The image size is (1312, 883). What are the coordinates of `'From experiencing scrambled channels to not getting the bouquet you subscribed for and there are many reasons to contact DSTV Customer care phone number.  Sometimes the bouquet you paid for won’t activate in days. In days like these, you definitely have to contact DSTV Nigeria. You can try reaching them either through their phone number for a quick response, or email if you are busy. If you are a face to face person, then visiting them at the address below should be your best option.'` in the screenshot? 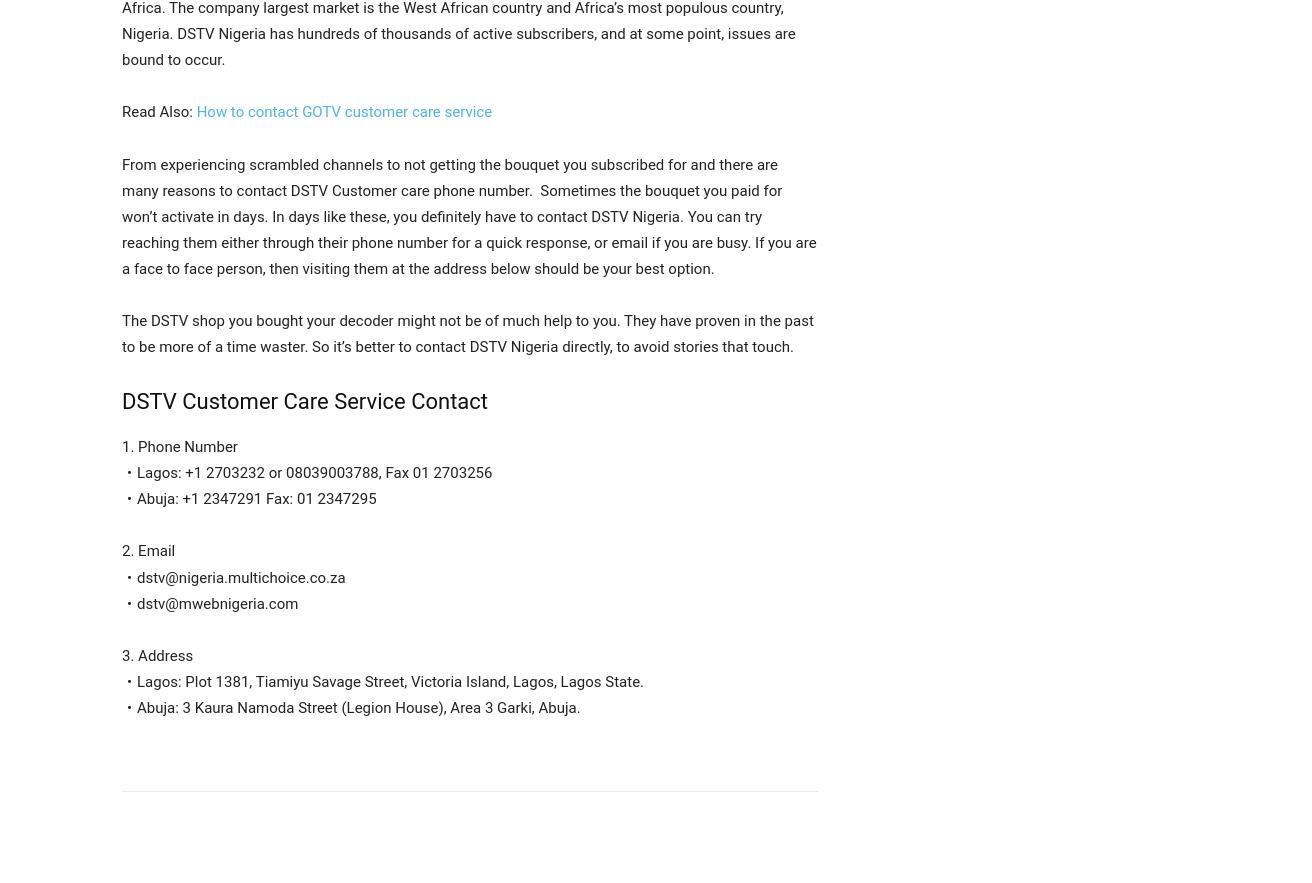 It's located at (469, 215).